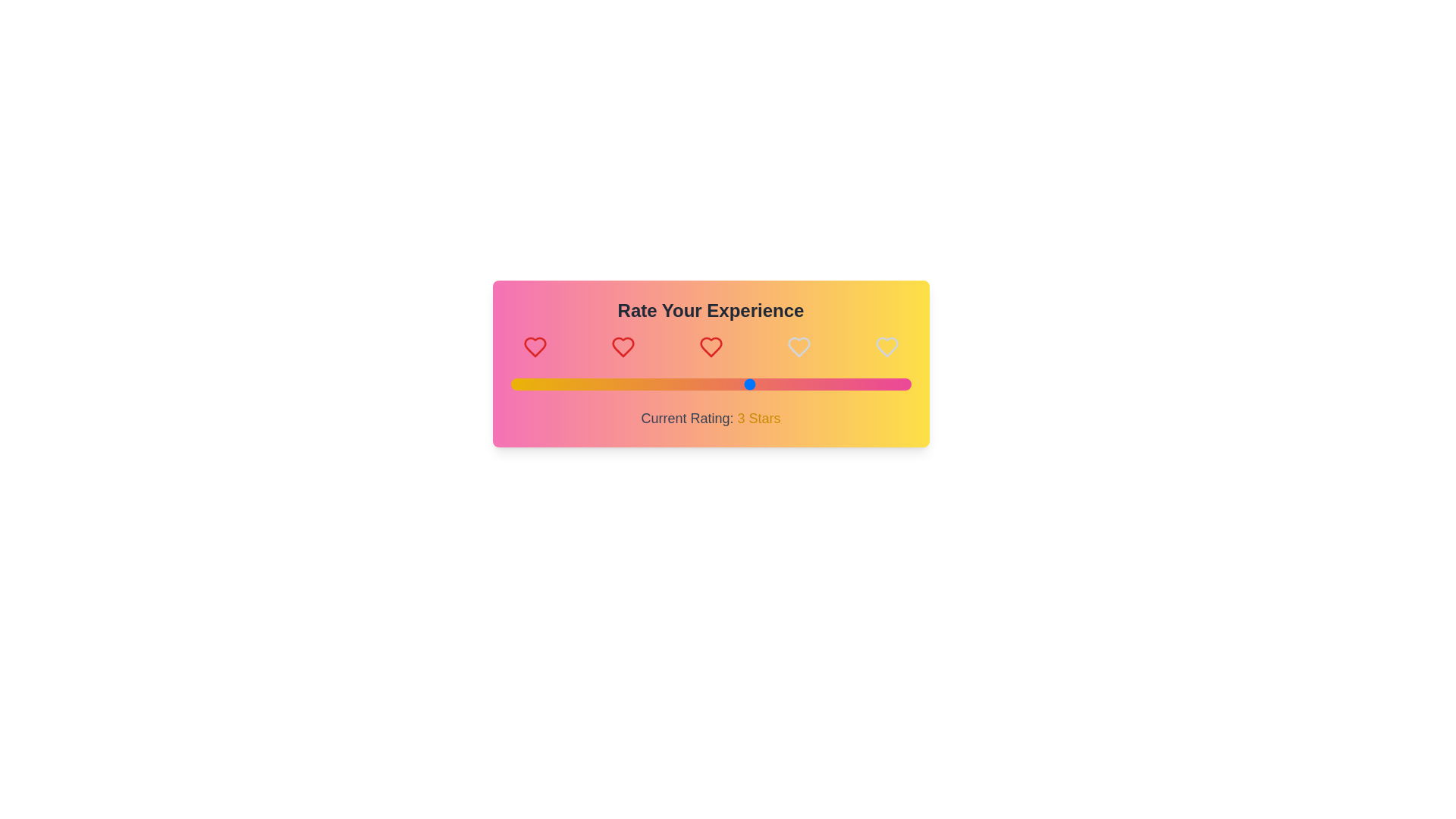 Image resolution: width=1456 pixels, height=819 pixels. I want to click on the heart icon corresponding to the desired rating 5, so click(886, 347).